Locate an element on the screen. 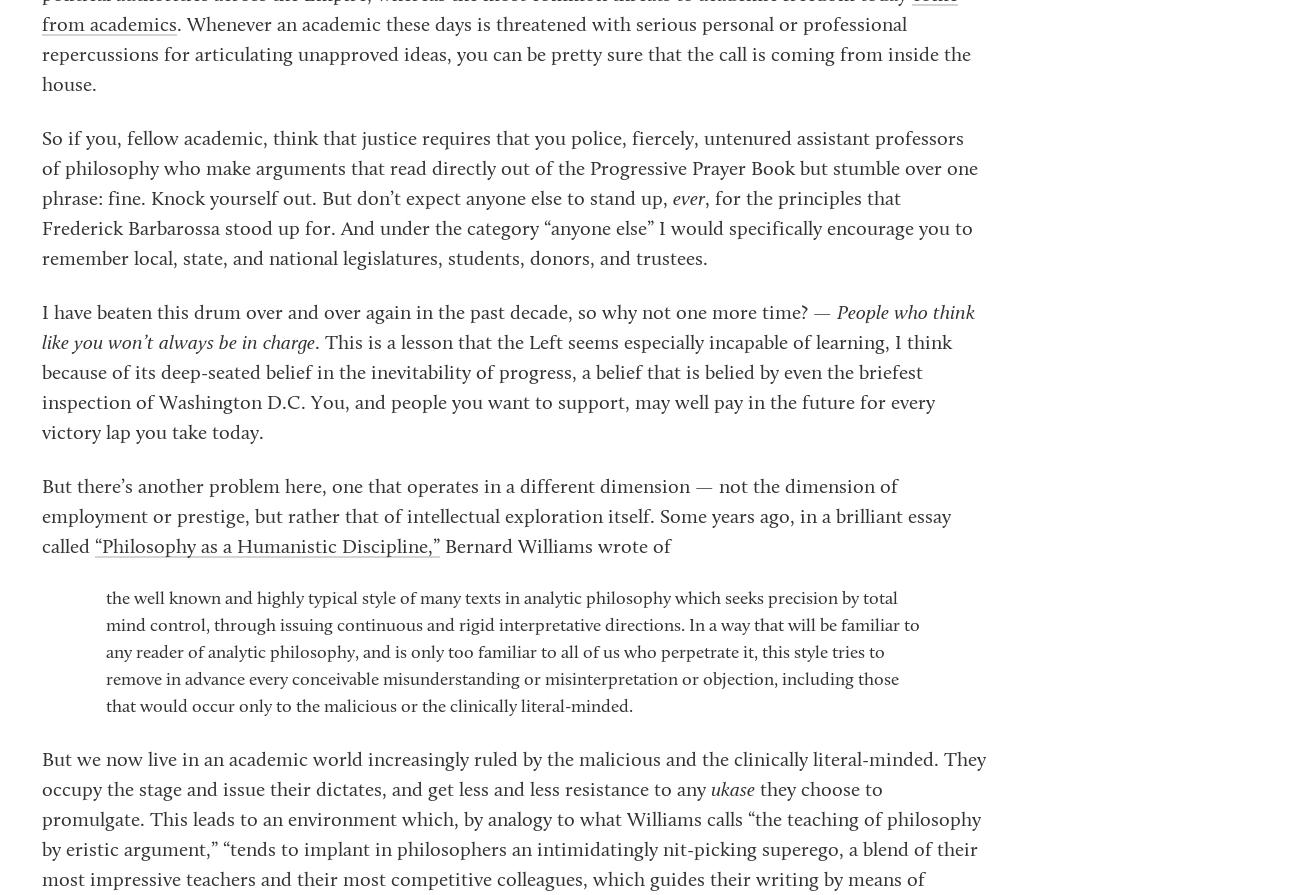 The width and height of the screenshot is (1300, 895). '. This is a lesson that the Left seems especially incapable of learning, I think because of its deep-seated belief in the inevitability of progress, a belief that is belied by even the briefest inspection of Washington D.C. You, and people you want to support, may well pay in the future for every victory lap you take today.' is located at coordinates (496, 388).